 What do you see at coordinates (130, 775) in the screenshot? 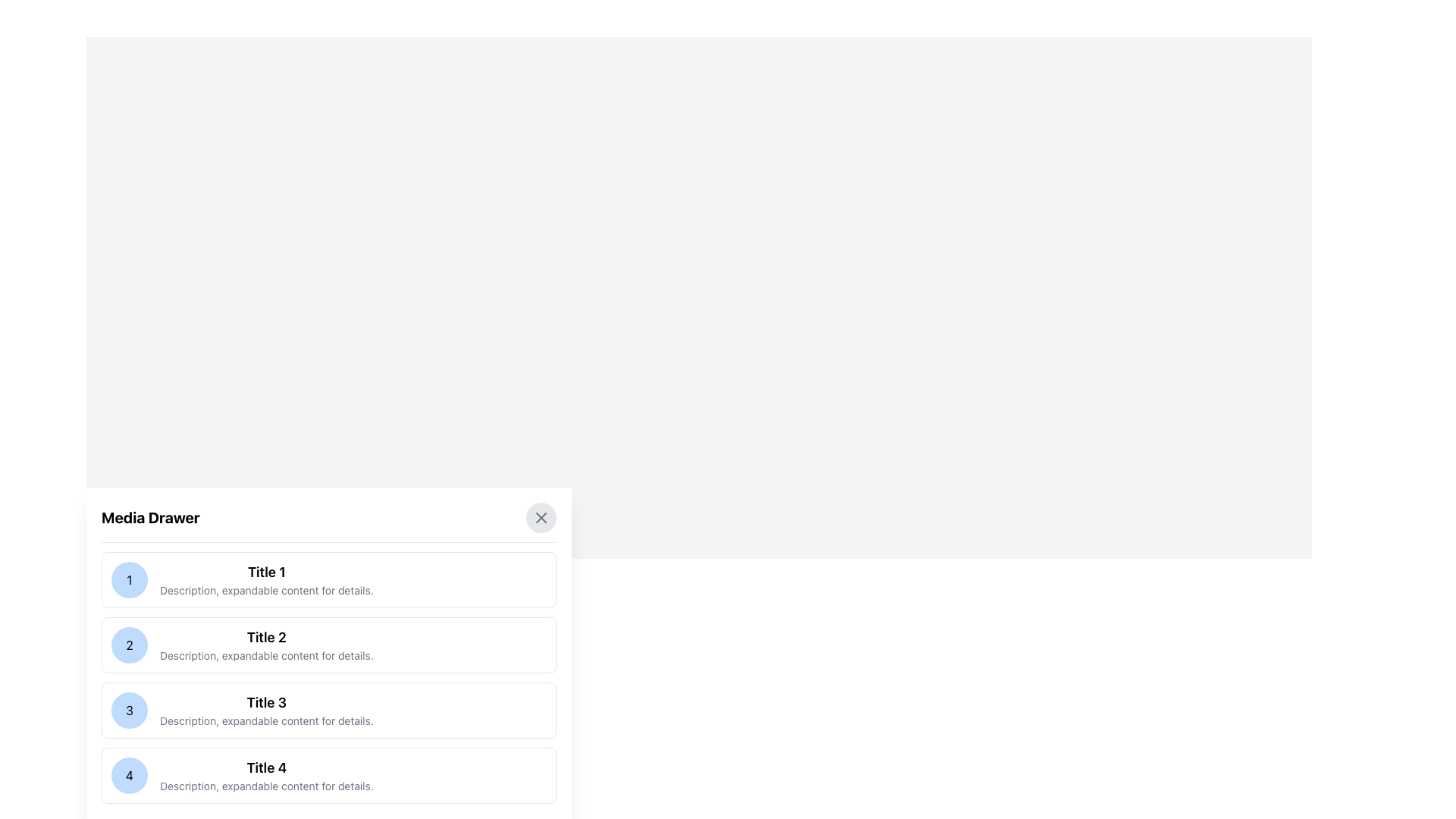
I see `the center of the Circular Label that identifies the fourth item in the Media Drawer section to focus on it` at bounding box center [130, 775].